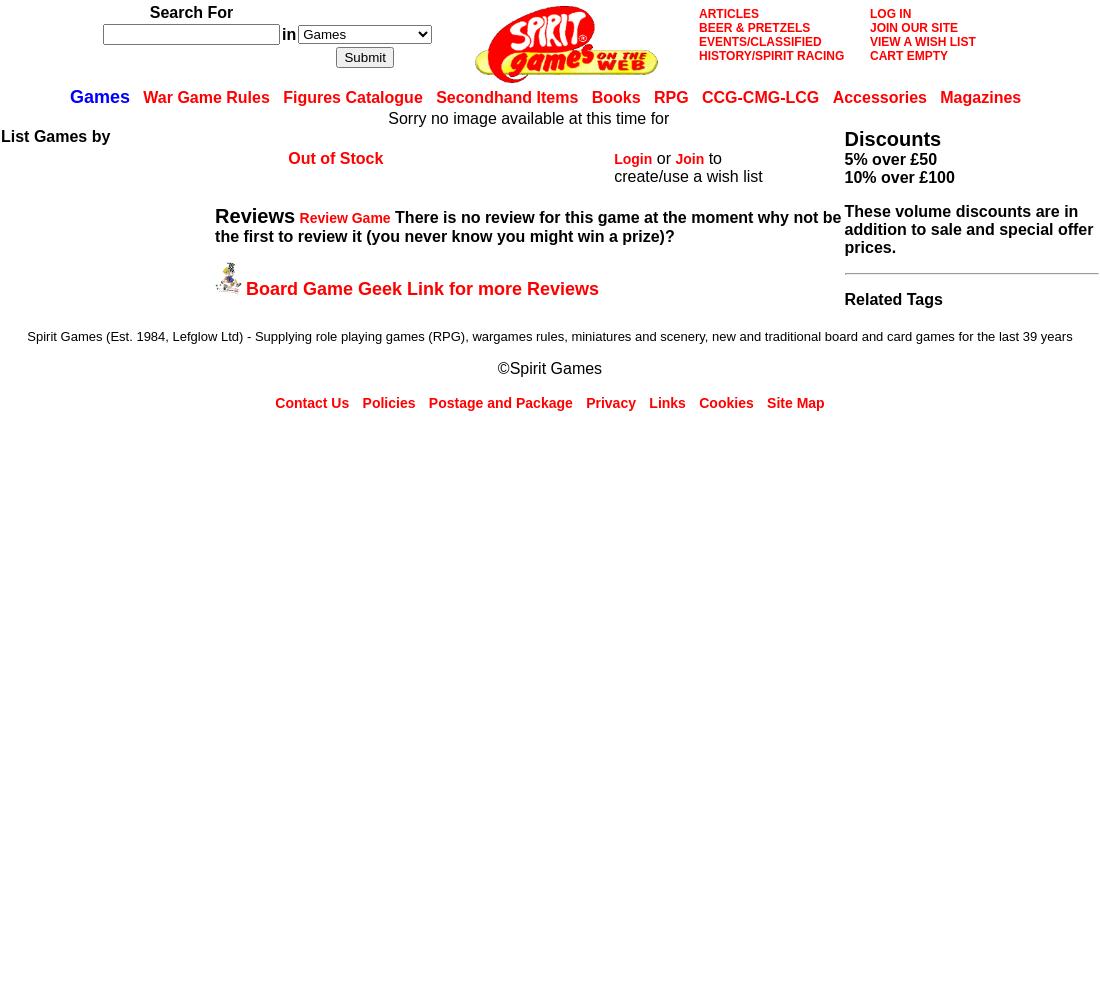  What do you see at coordinates (254, 214) in the screenshot?
I see `'Reviews'` at bounding box center [254, 214].